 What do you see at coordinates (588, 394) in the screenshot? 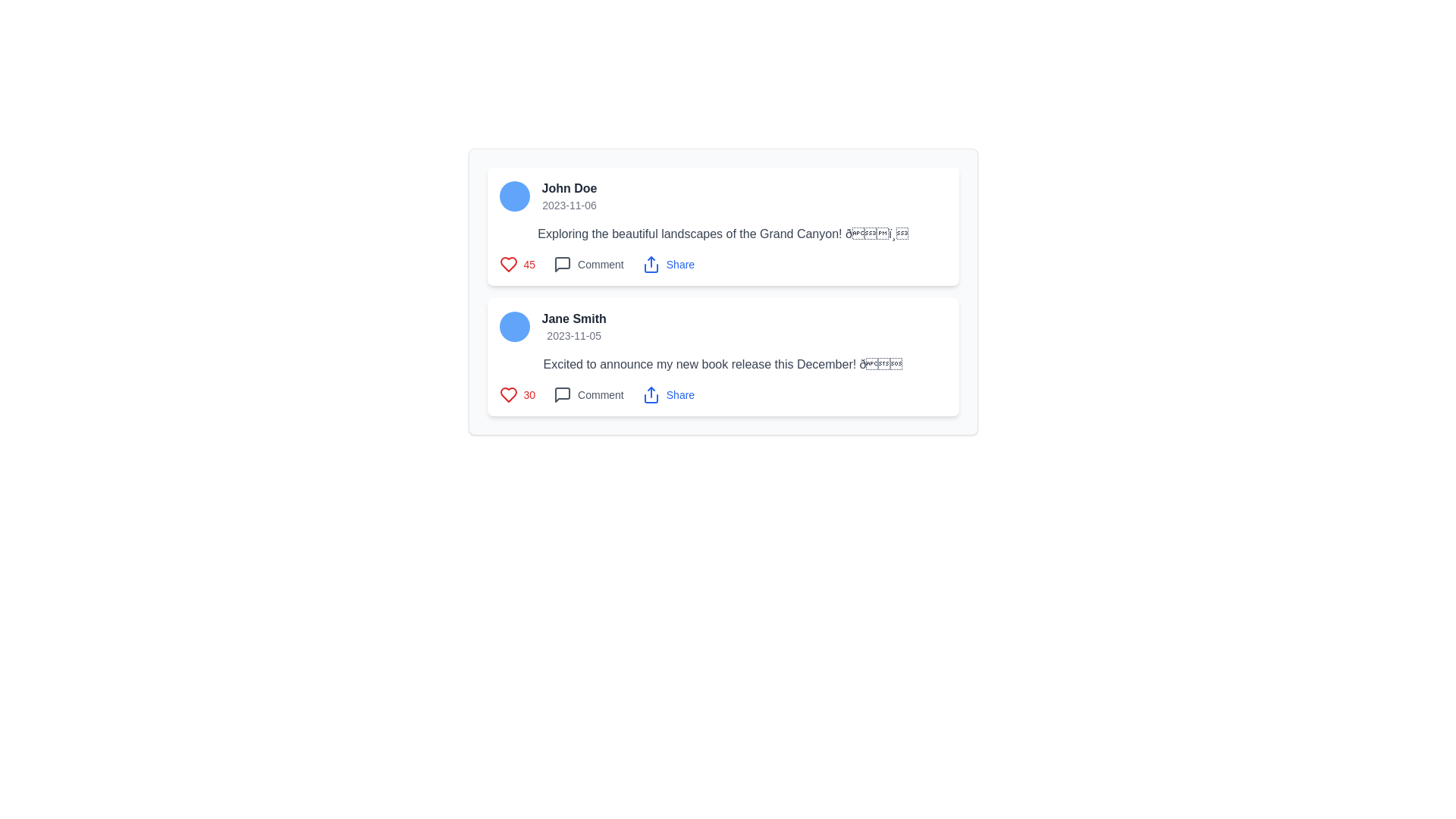
I see `the 'Comment' button, which features a speech bubble icon followed by the text 'Comment', located in the interactive options group at the bottom of Jane Smith's post` at bounding box center [588, 394].